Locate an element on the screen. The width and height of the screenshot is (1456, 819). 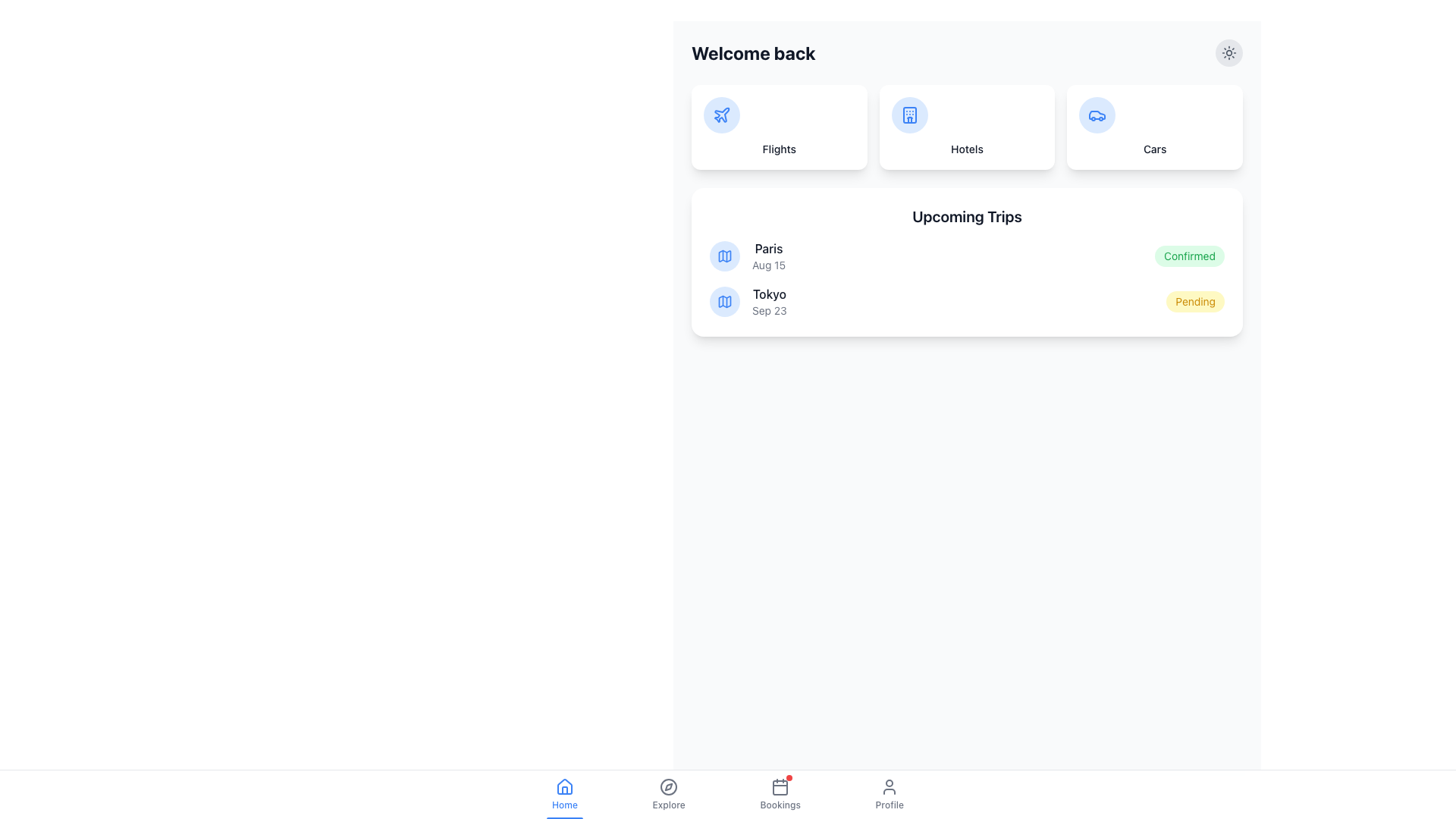
the plane icon, which is a blue SVG representation located in the top-left card titled 'Flights' is located at coordinates (721, 114).